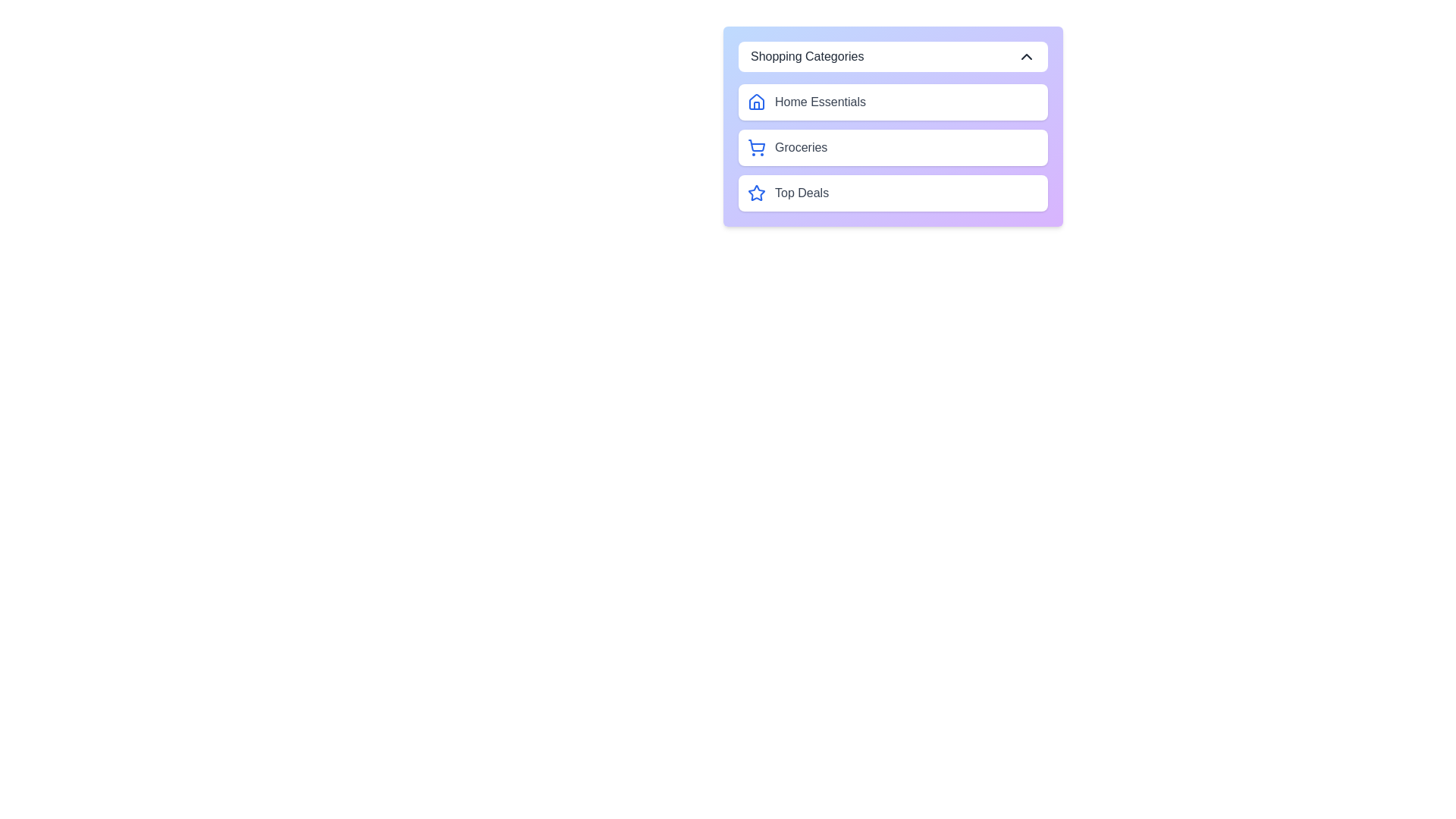 The image size is (1456, 819). I want to click on the category Top Deals, so click(893, 192).